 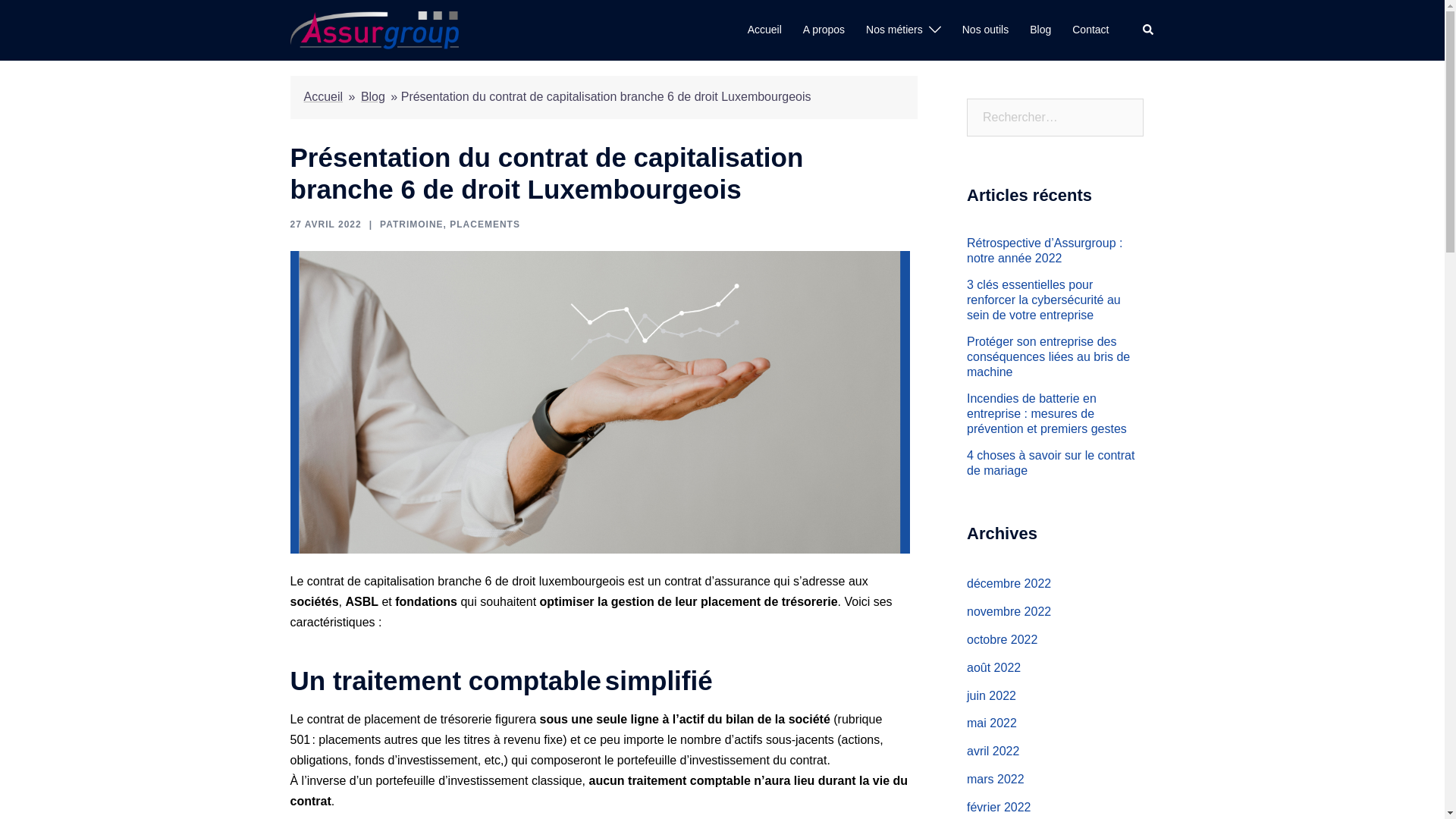 I want to click on 'Rechercher', so click(x=51, y=17).